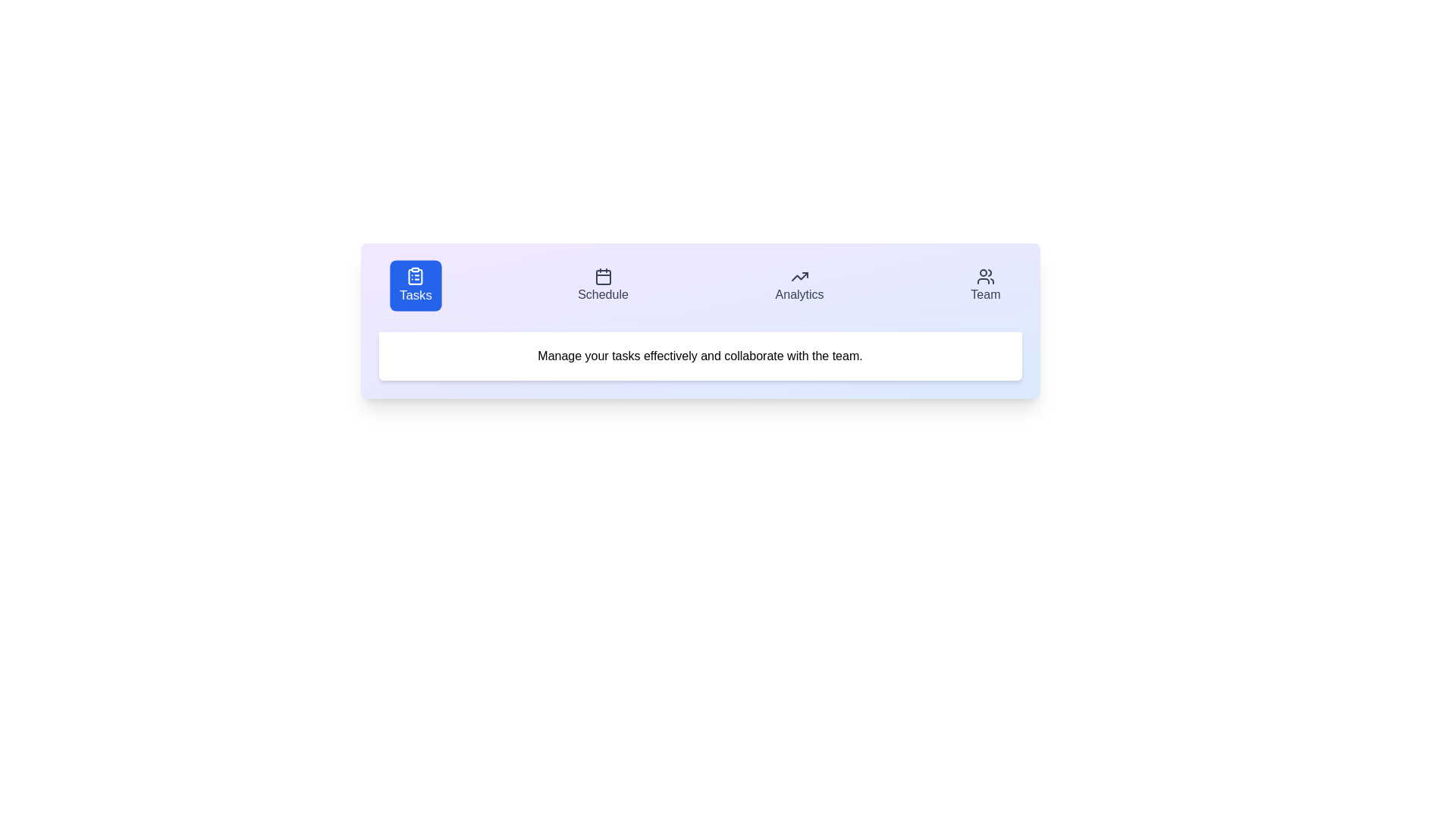 The image size is (1456, 819). Describe the element at coordinates (985, 286) in the screenshot. I see `the Team tab by clicking on its respective button` at that location.